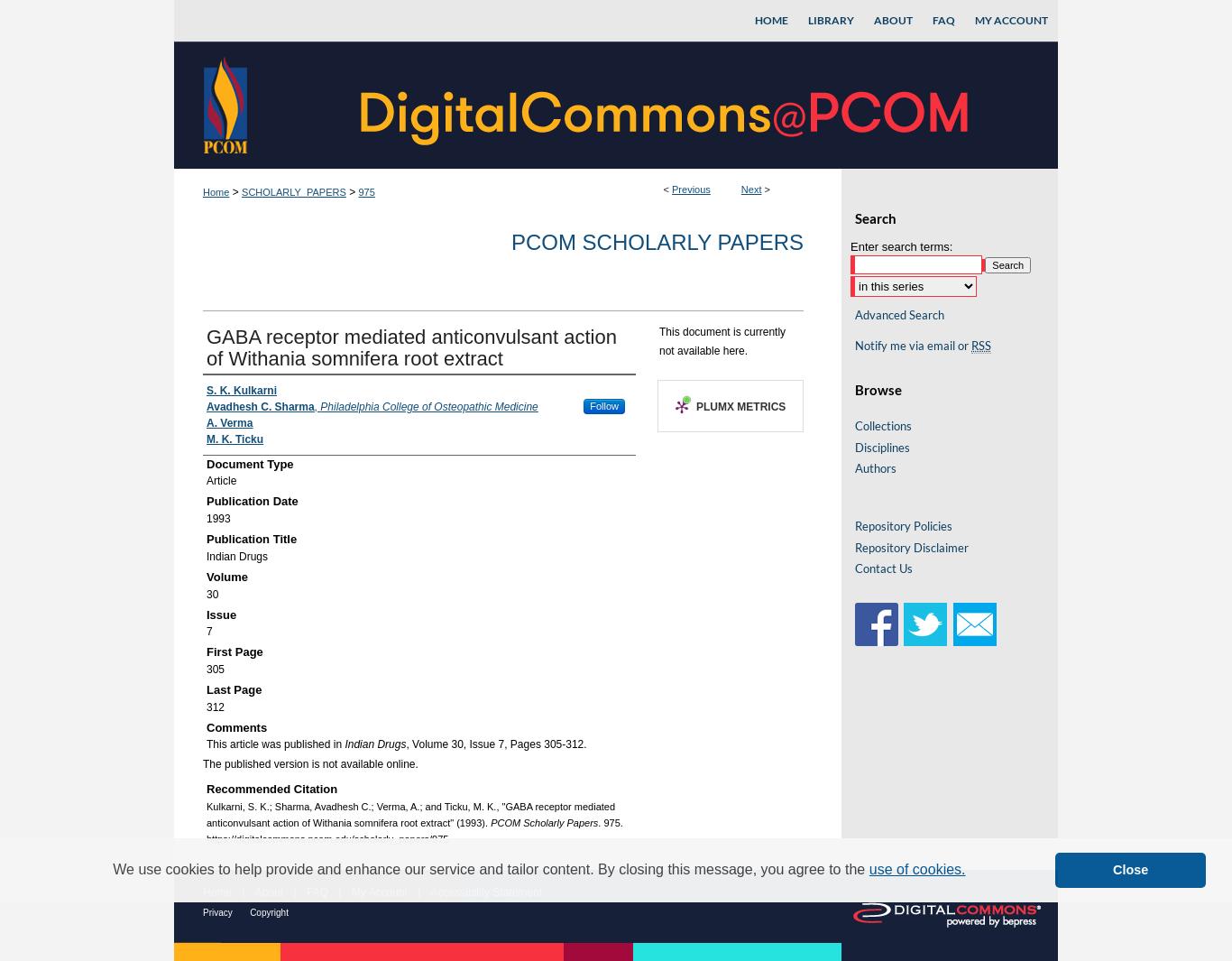 The image size is (1232, 961). What do you see at coordinates (221, 614) in the screenshot?
I see `'Issue'` at bounding box center [221, 614].